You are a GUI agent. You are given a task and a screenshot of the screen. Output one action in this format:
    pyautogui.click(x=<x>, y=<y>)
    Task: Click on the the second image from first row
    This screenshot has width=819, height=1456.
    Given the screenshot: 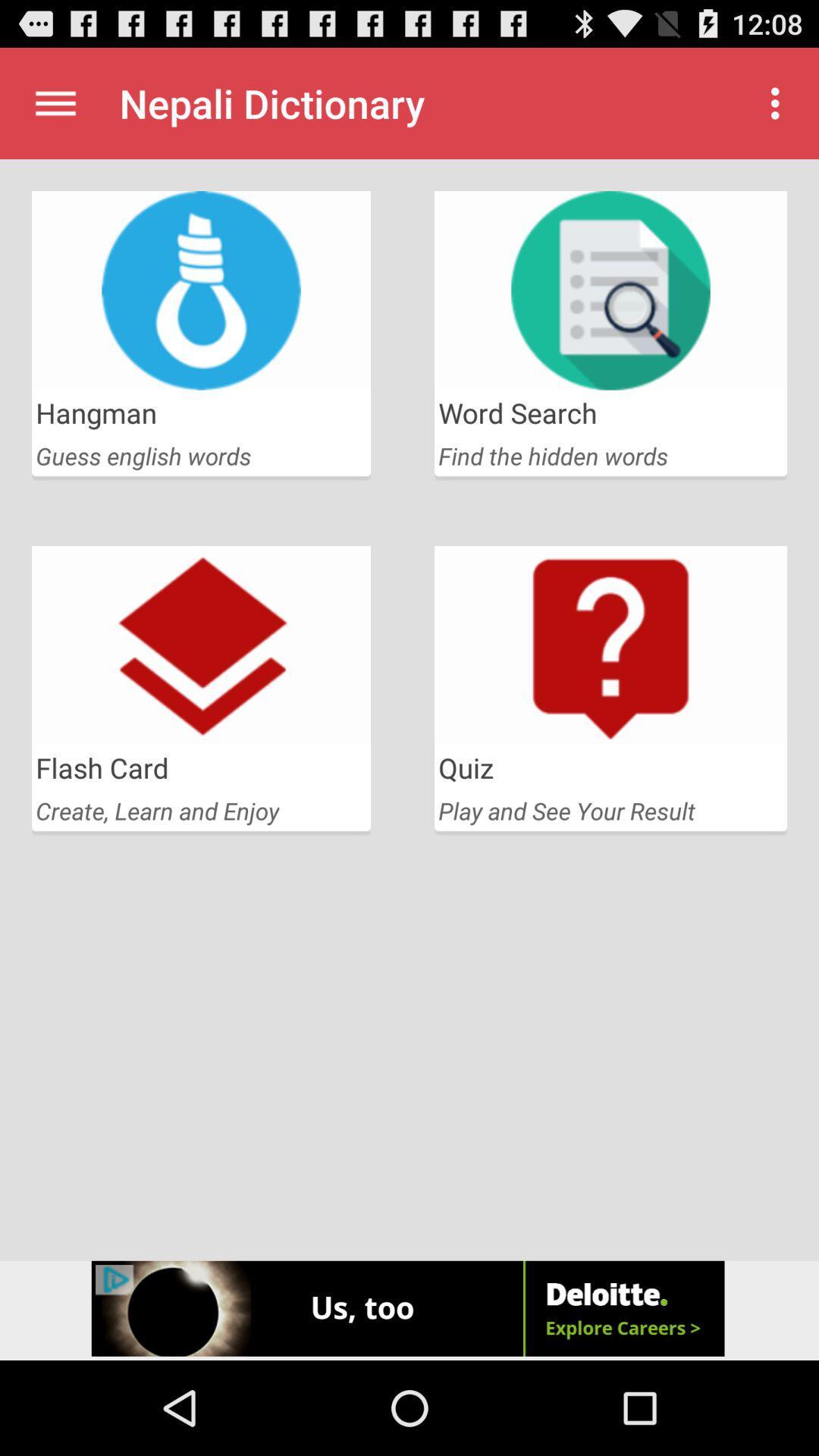 What is the action you would take?
    pyautogui.click(x=610, y=290)
    